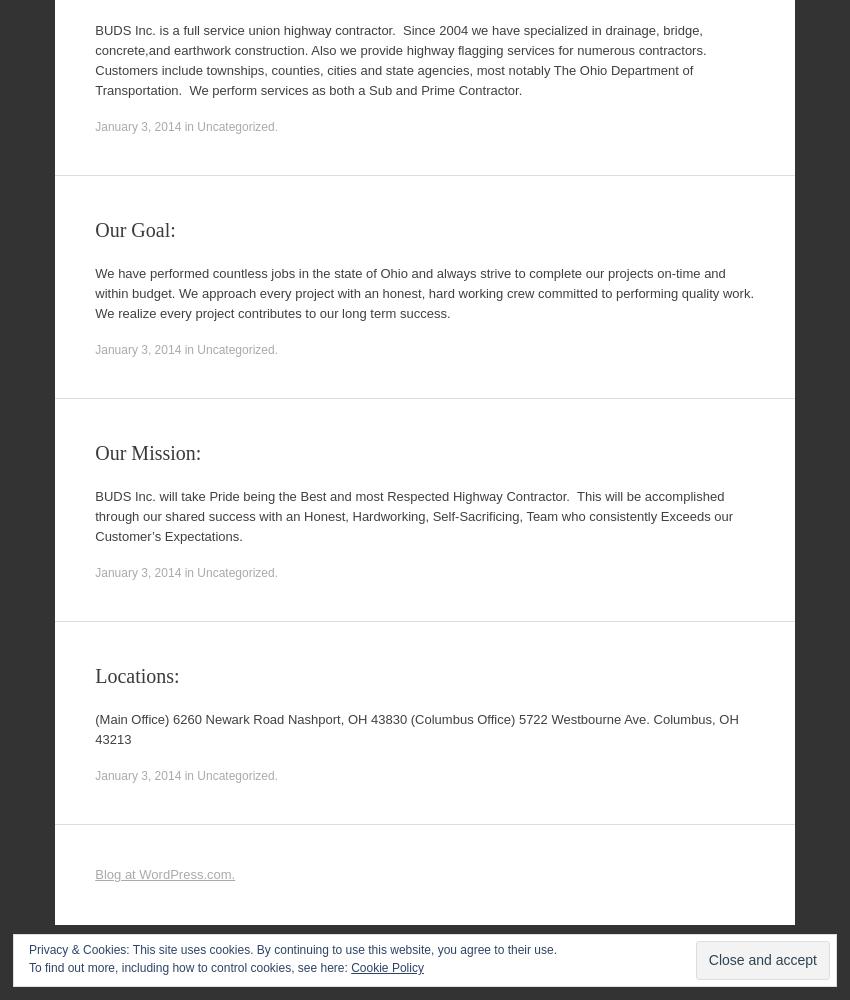 The width and height of the screenshot is (850, 1000). Describe the element at coordinates (94, 873) in the screenshot. I see `'Blog at WordPress.com.'` at that location.